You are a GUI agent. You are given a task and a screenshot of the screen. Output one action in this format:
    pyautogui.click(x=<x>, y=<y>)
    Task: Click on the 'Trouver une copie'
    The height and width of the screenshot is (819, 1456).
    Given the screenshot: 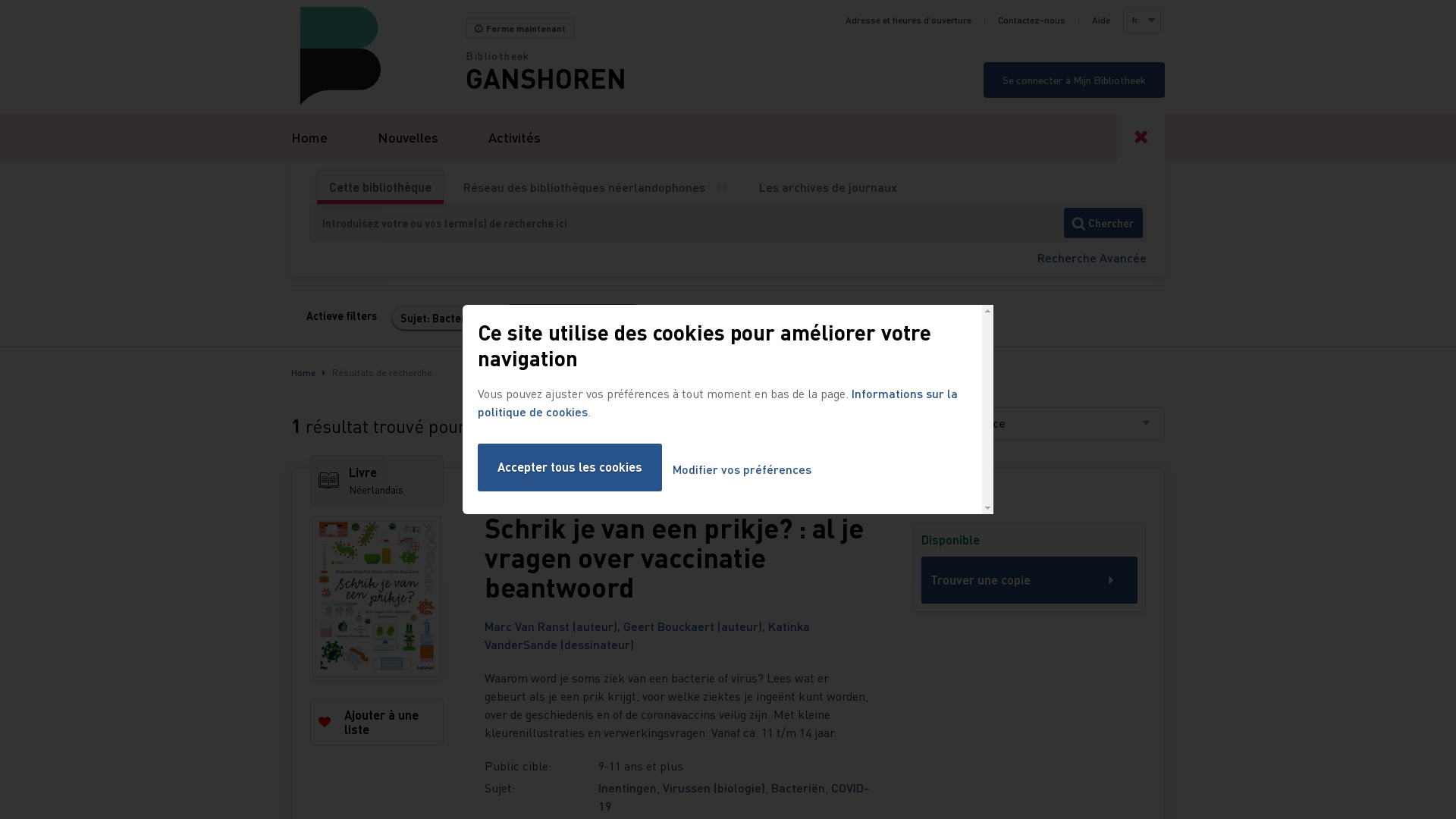 What is the action you would take?
    pyautogui.click(x=1029, y=579)
    